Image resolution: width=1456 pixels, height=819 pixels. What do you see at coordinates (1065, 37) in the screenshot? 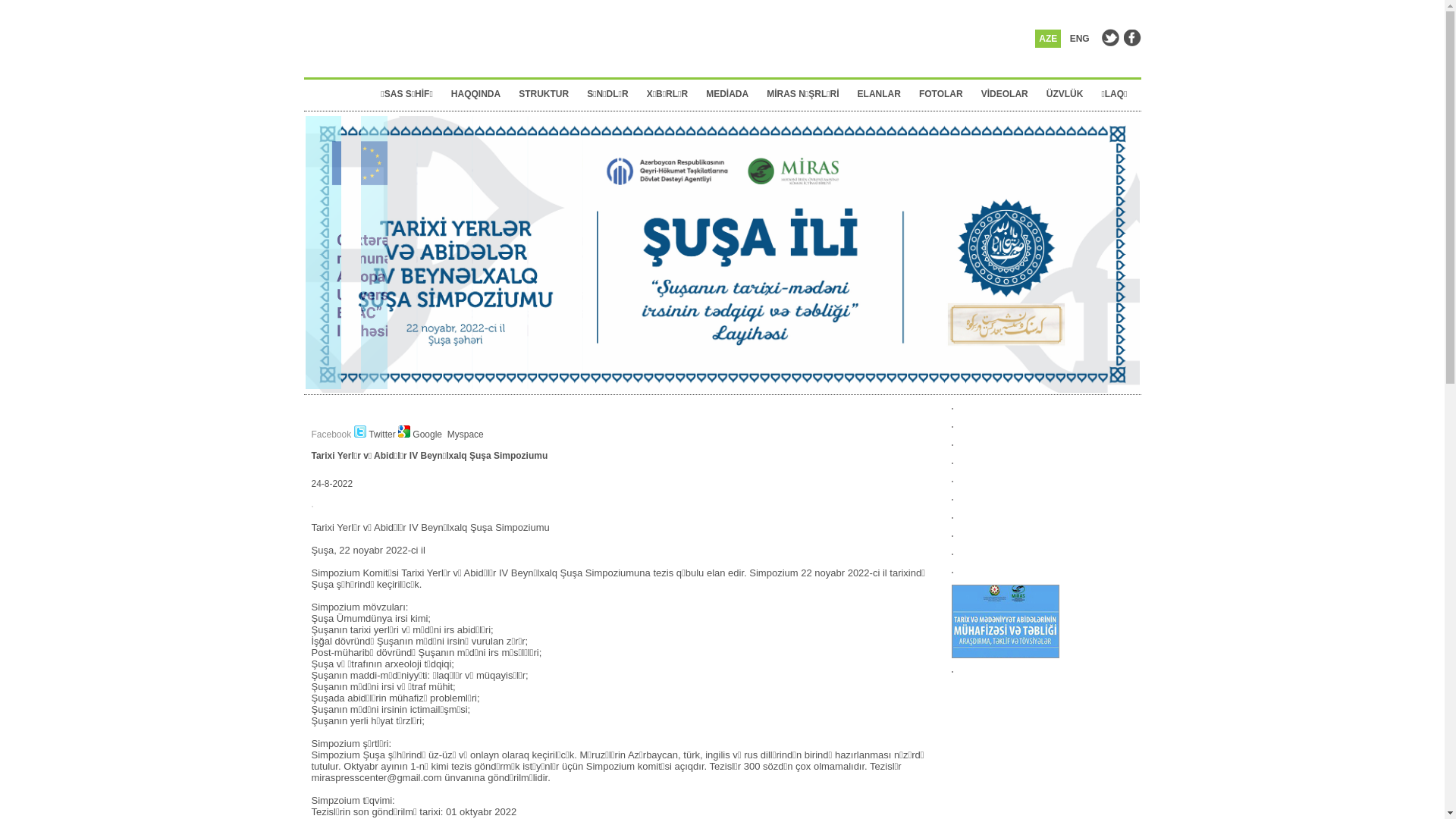
I see `'ENG'` at bounding box center [1065, 37].